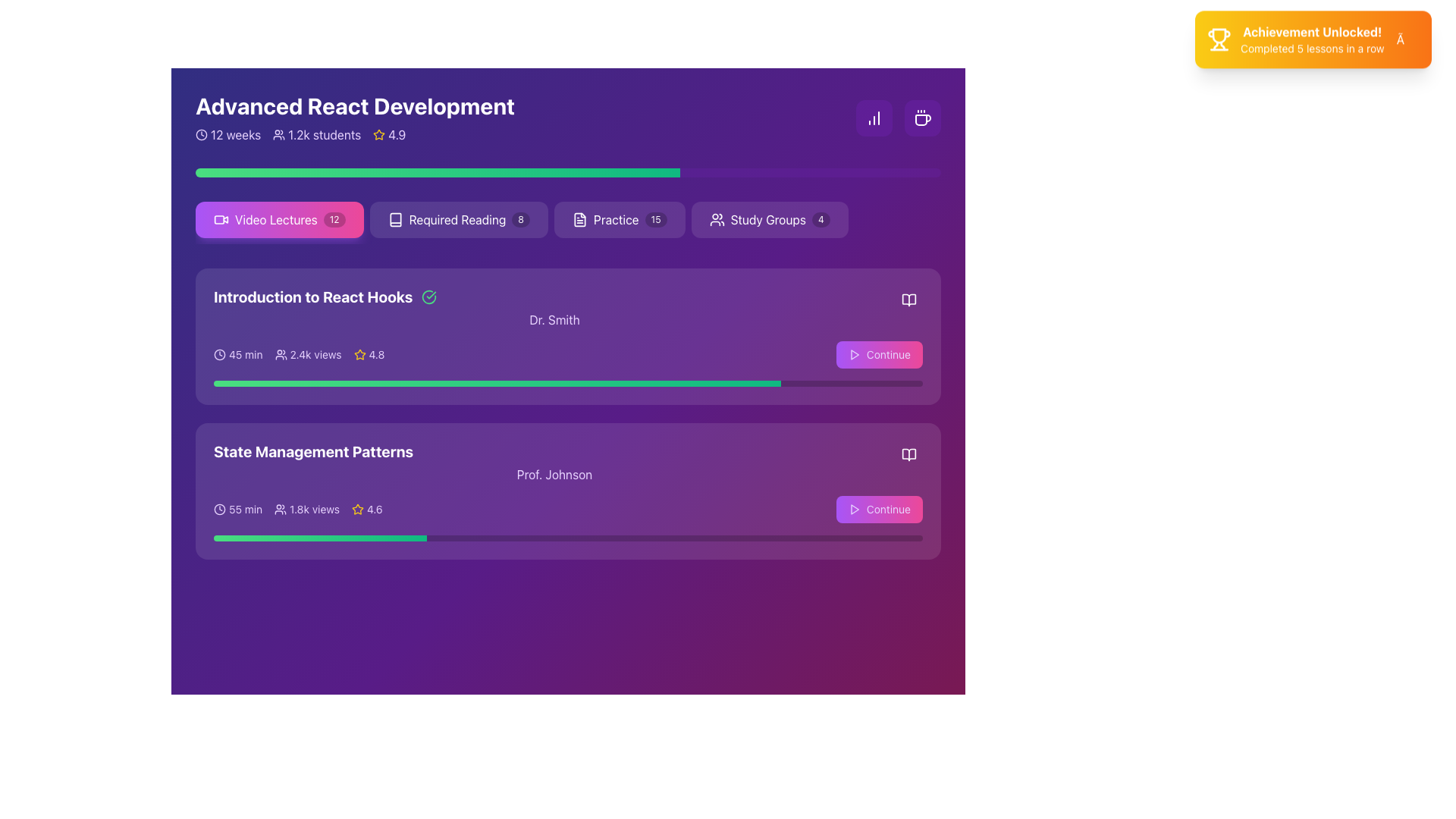 The height and width of the screenshot is (819, 1456). Describe the element at coordinates (428, 382) in the screenshot. I see `slider value` at that location.